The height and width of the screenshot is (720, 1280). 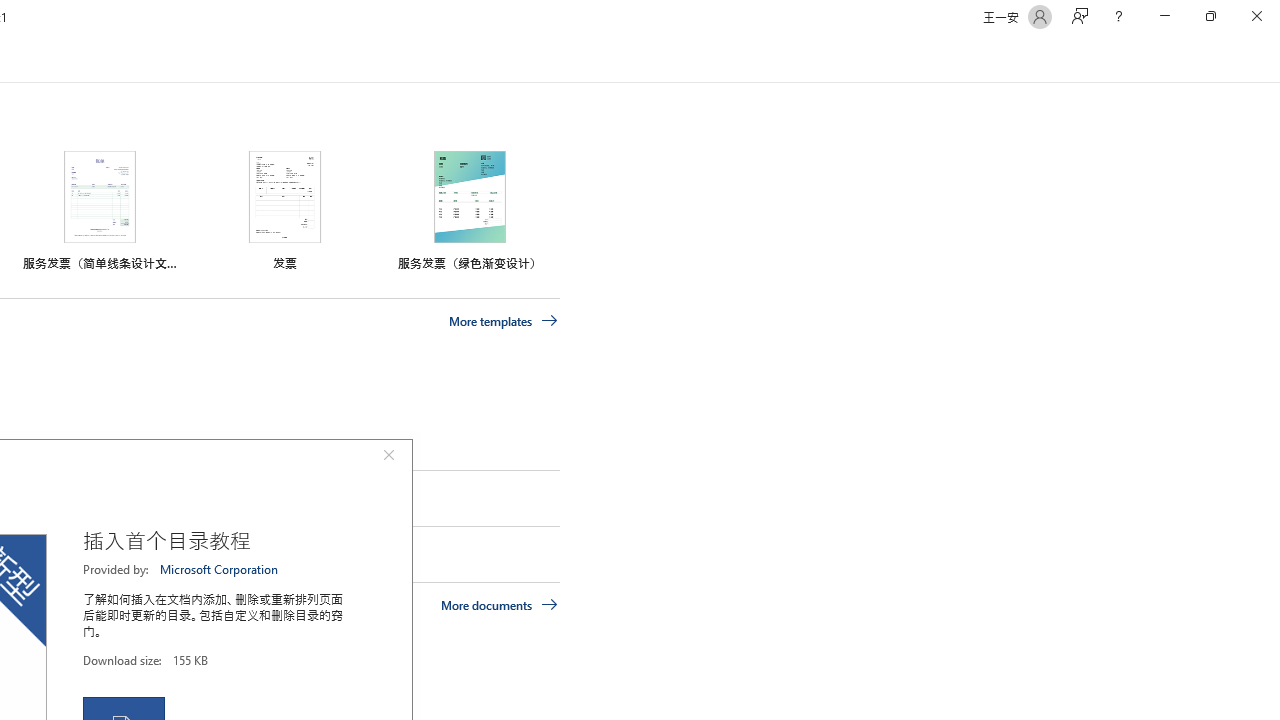 What do you see at coordinates (220, 569) in the screenshot?
I see `'Microsoft Corporation'` at bounding box center [220, 569].